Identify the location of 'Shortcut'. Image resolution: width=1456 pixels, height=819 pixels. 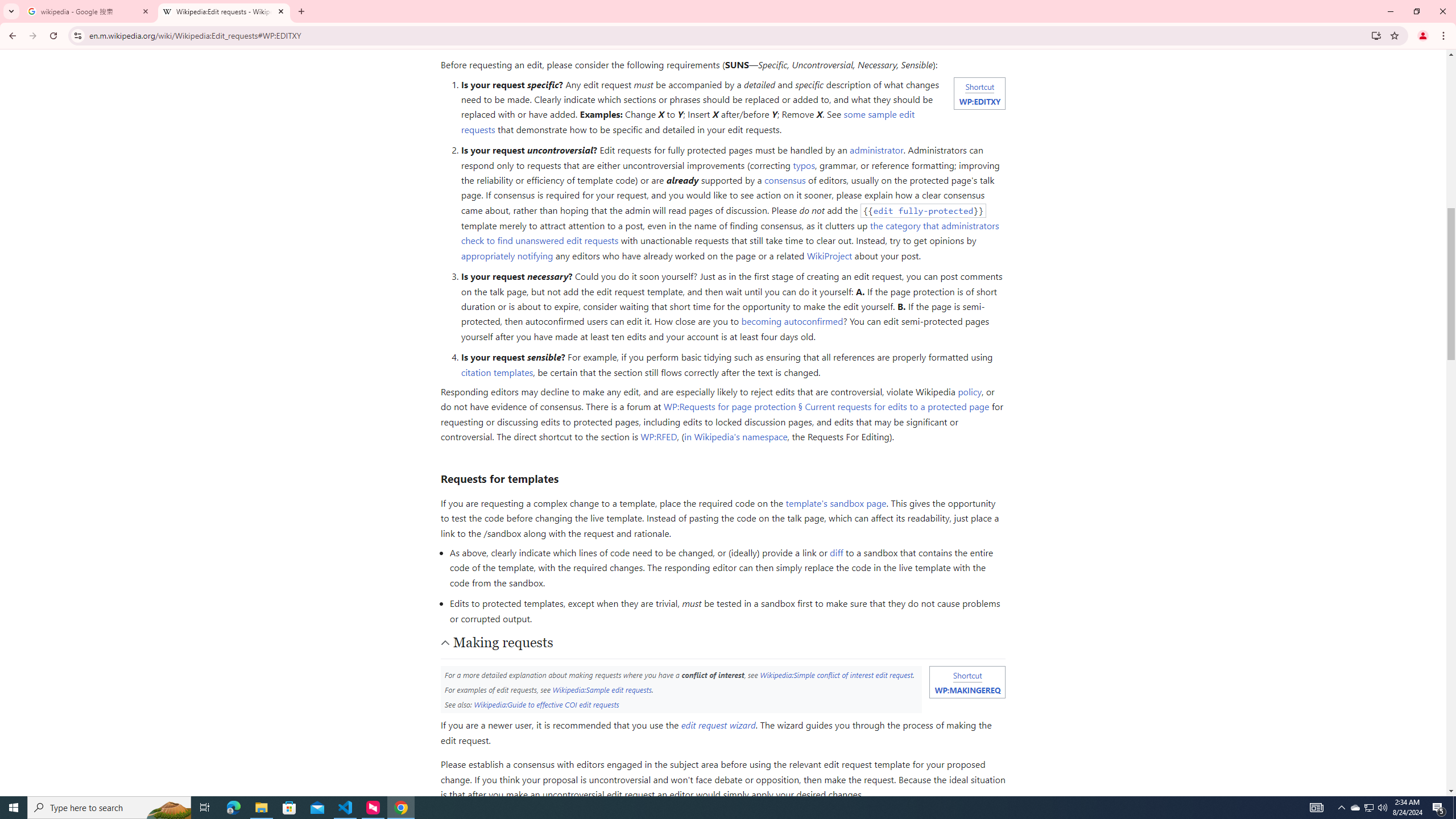
(967, 675).